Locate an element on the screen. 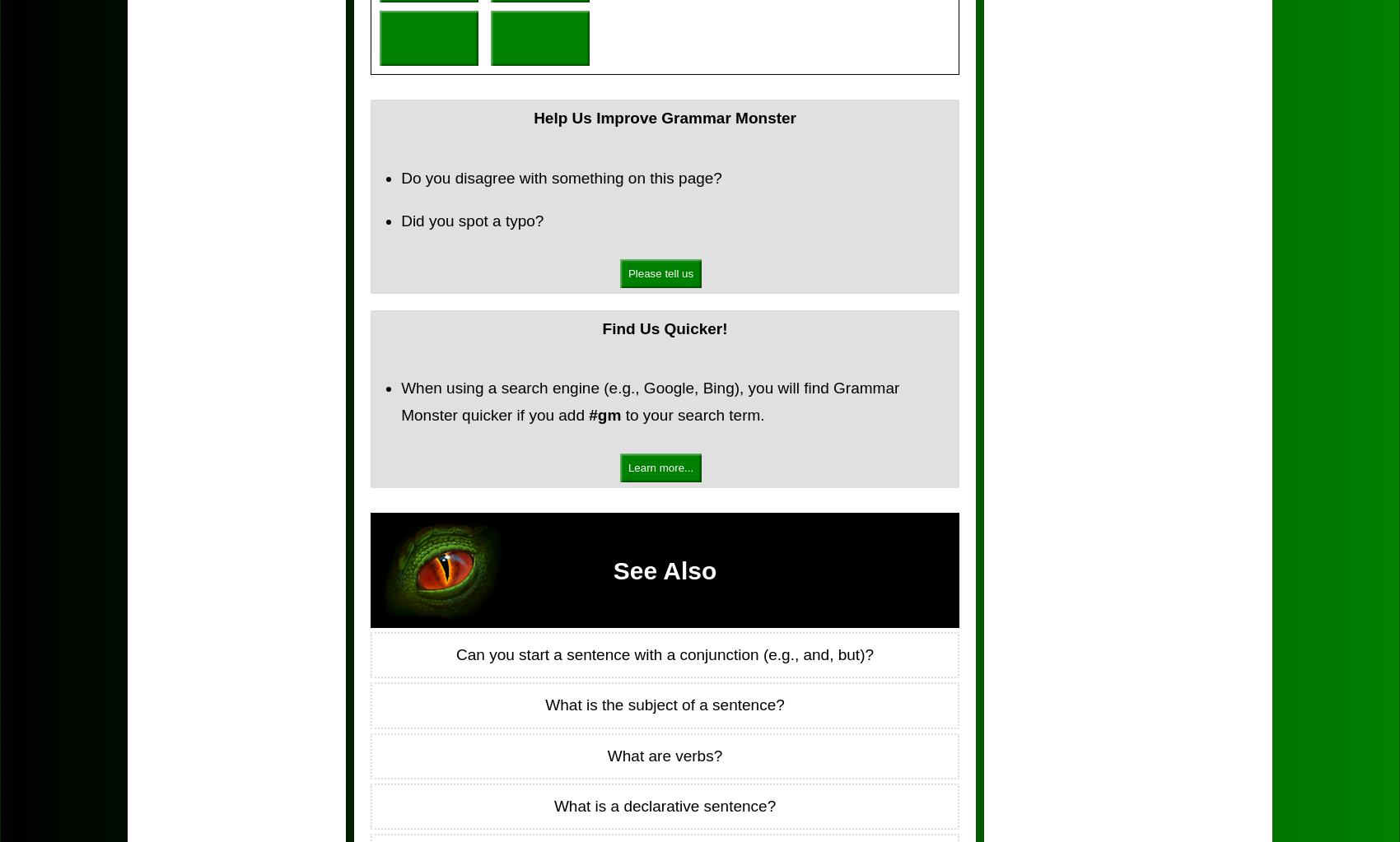  'Do you disagree with something on this page?' is located at coordinates (561, 176).